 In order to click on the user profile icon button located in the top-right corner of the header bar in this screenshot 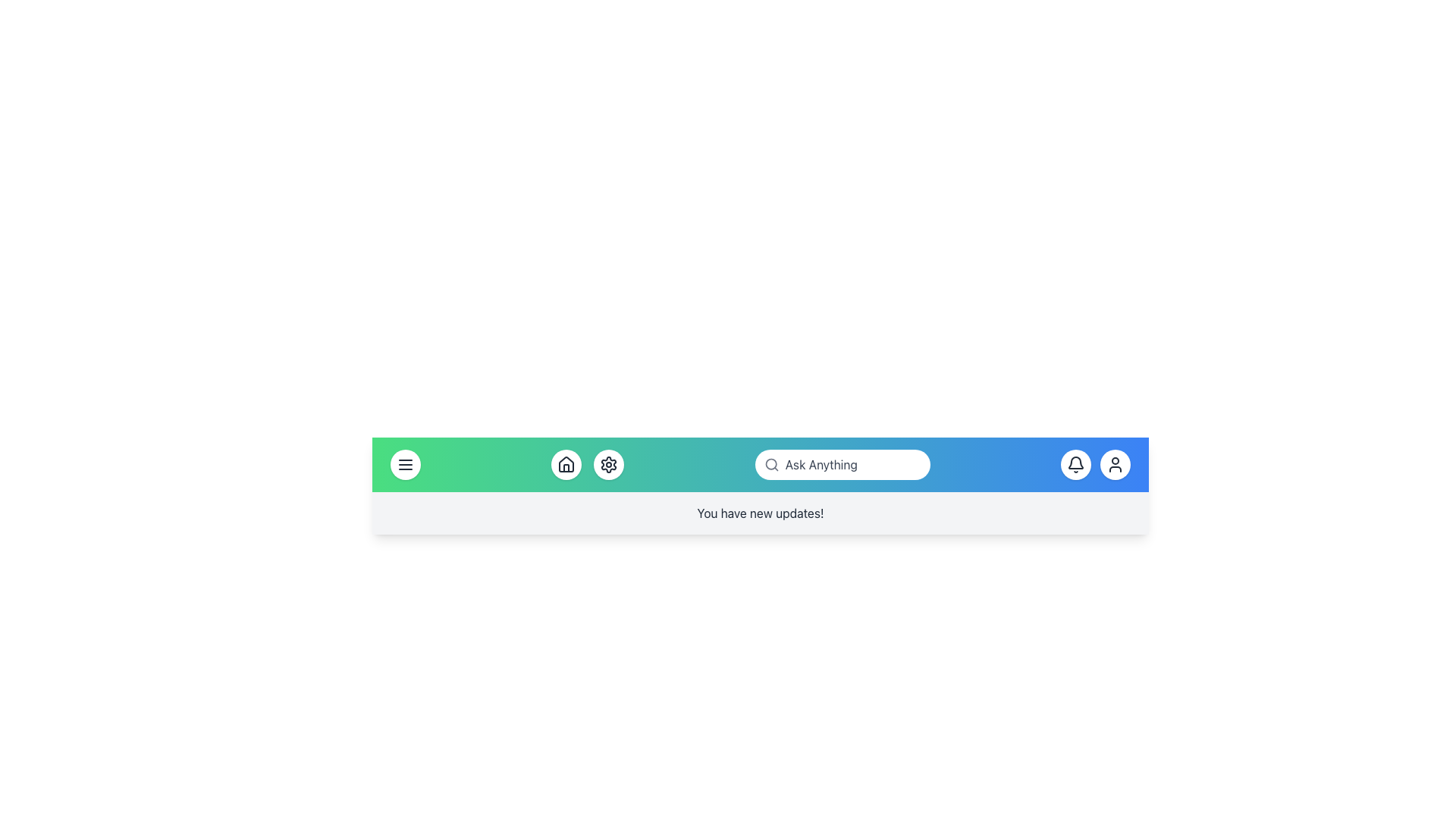, I will do `click(1115, 464)`.